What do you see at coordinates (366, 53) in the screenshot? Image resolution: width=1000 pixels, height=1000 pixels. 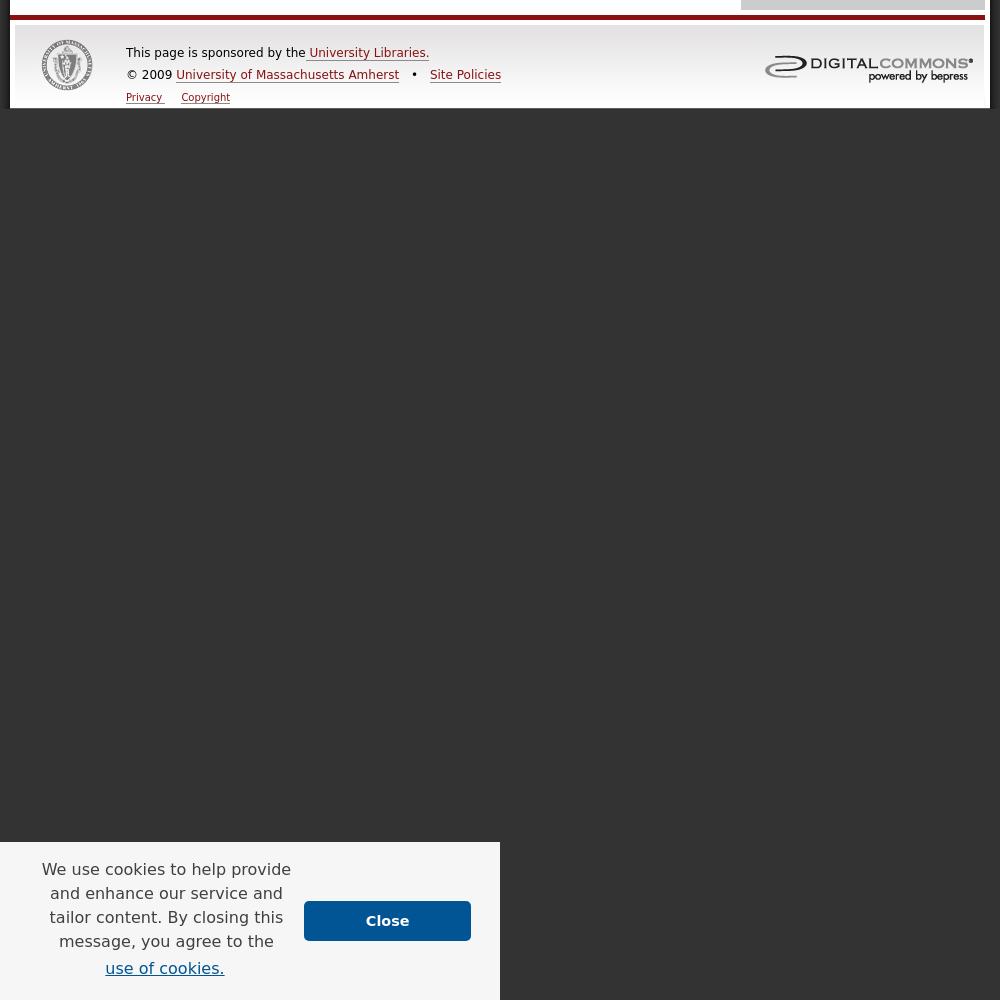 I see `'University Libraries.'` at bounding box center [366, 53].